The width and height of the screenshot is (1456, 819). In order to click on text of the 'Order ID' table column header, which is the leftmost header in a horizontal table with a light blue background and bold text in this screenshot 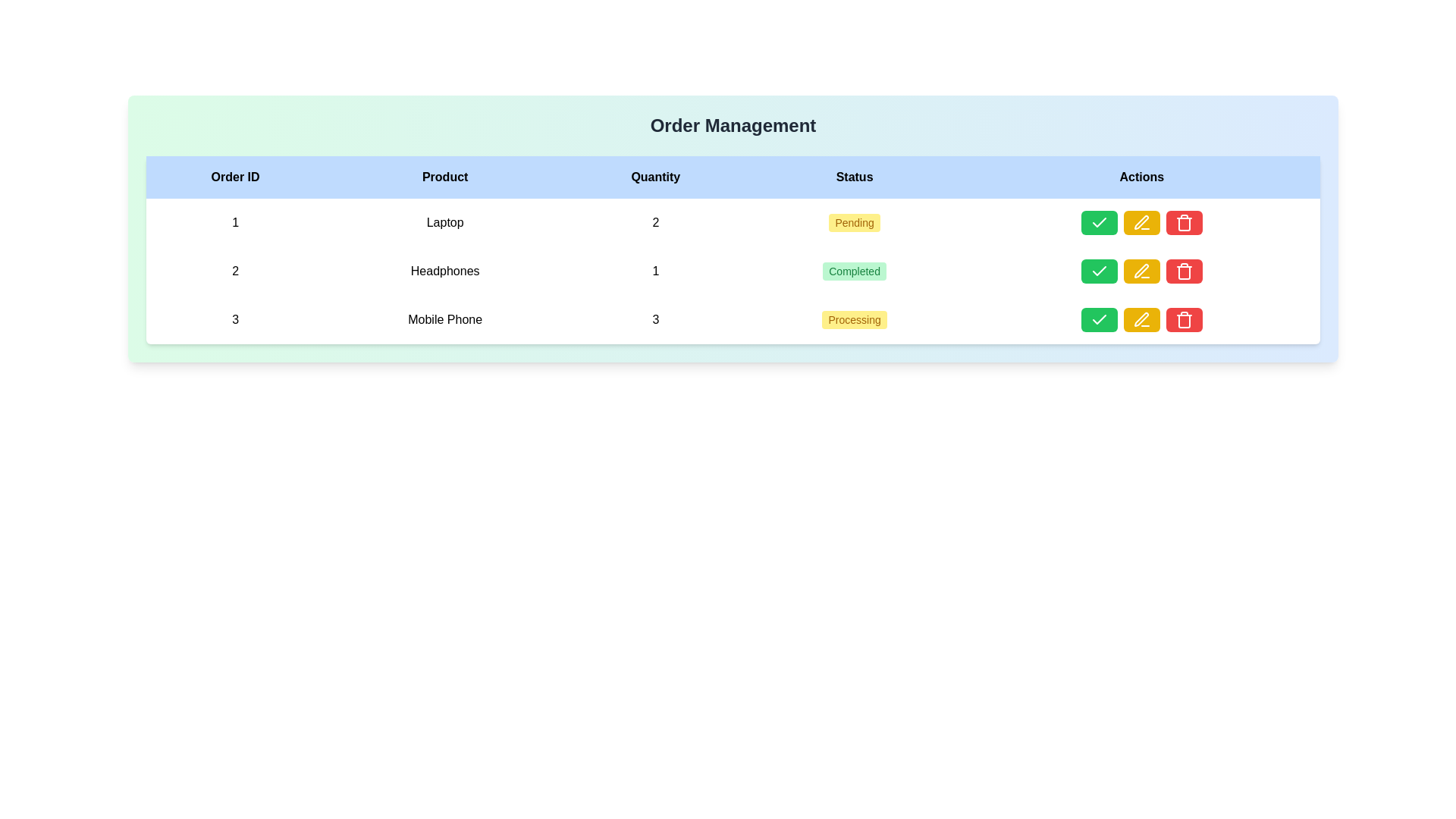, I will do `click(234, 177)`.